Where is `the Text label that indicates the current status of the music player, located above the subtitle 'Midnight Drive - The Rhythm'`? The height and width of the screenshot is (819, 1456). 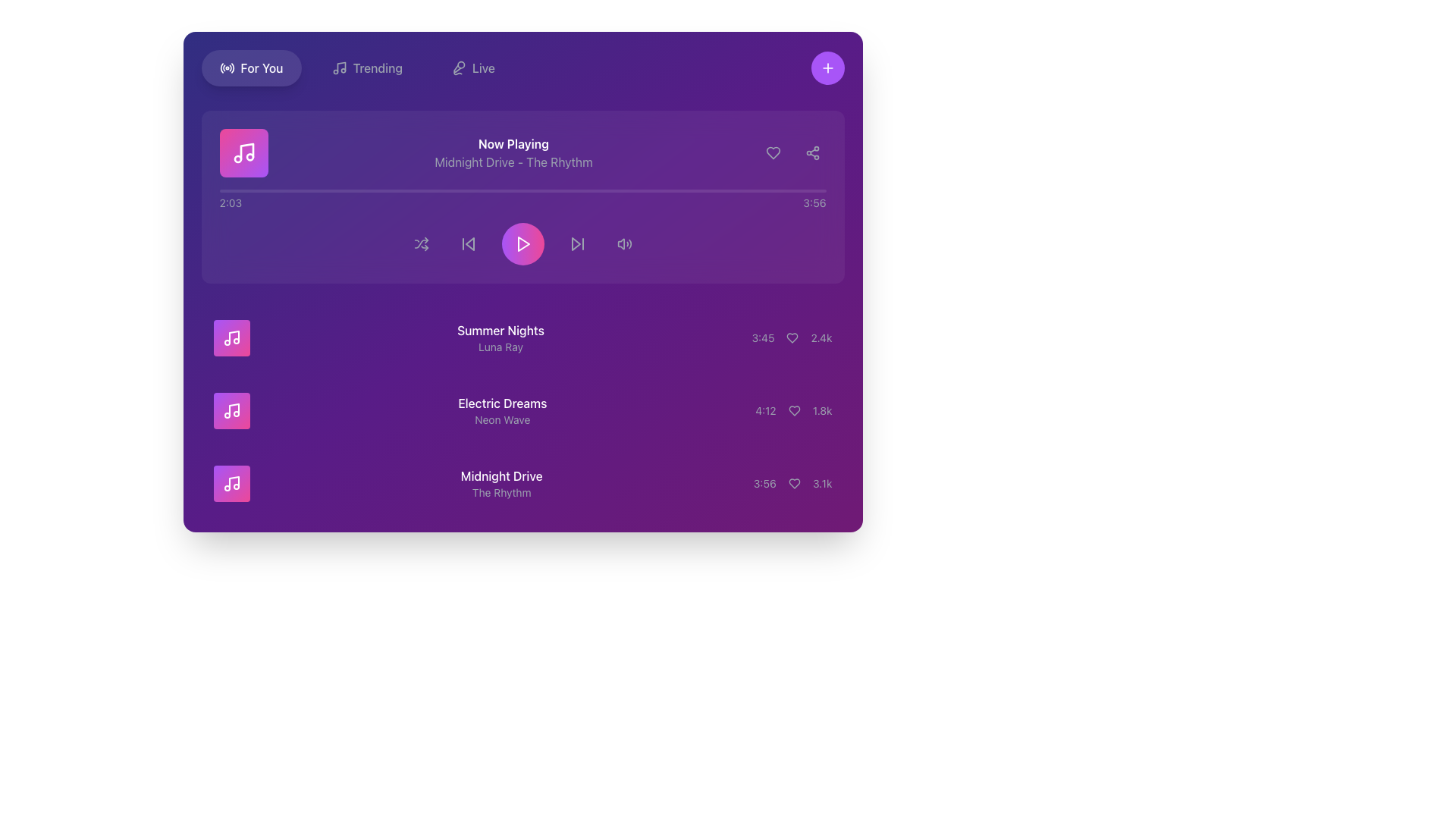
the Text label that indicates the current status of the music player, located above the subtitle 'Midnight Drive - The Rhythm' is located at coordinates (513, 143).